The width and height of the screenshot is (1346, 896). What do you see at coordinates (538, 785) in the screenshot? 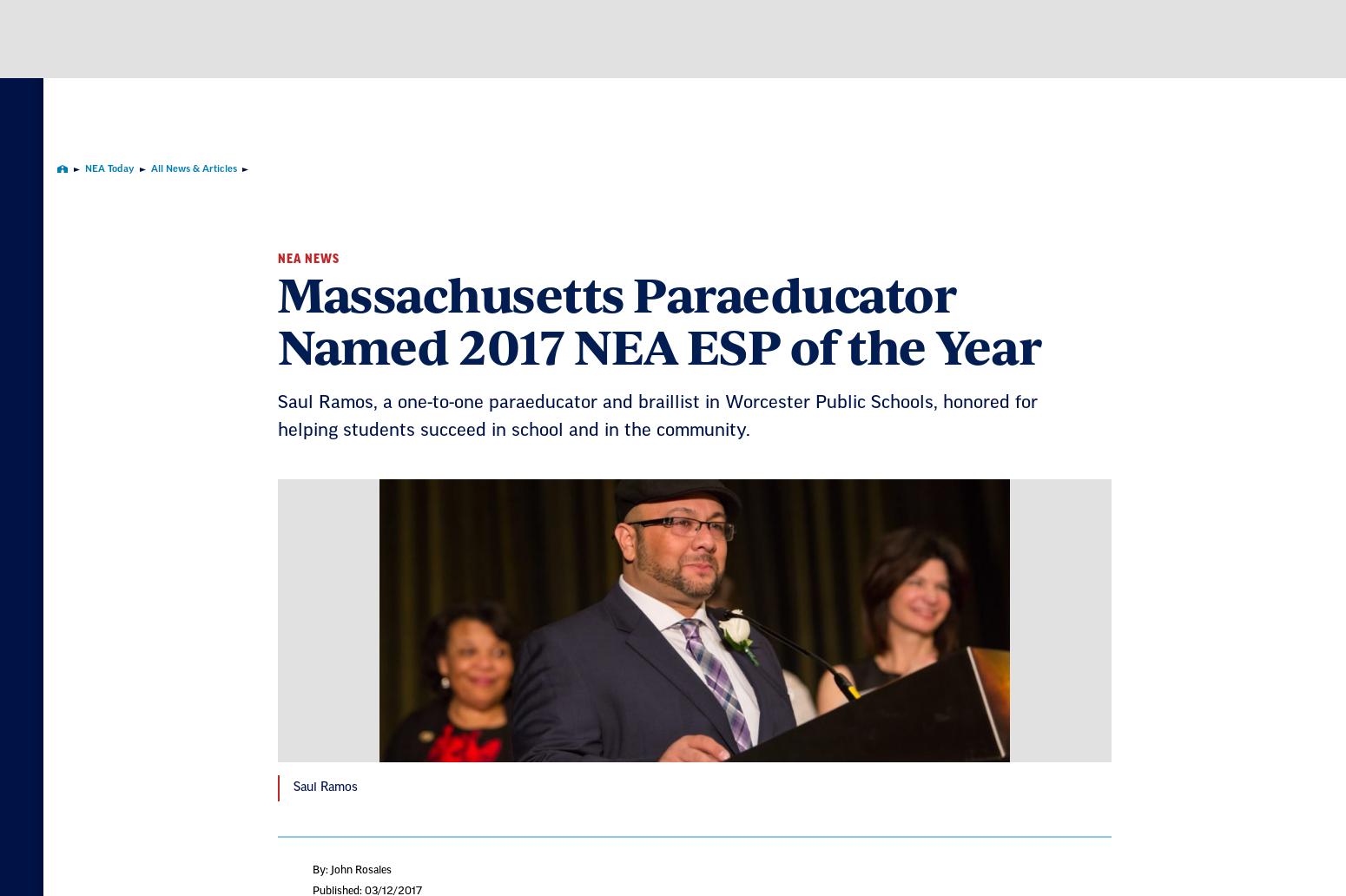
I see `'First Name'` at bounding box center [538, 785].